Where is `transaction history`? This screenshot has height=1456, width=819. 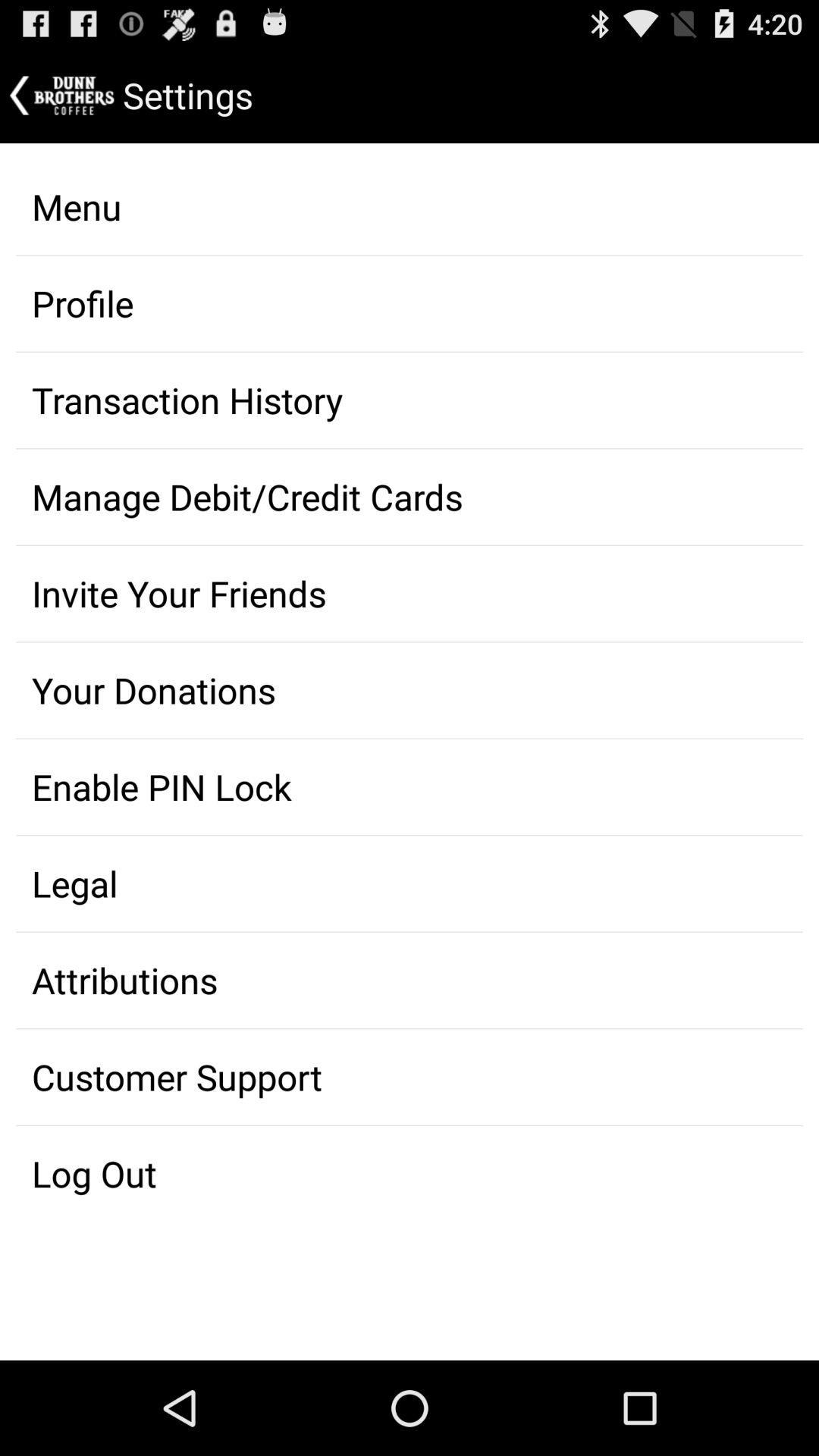 transaction history is located at coordinates (409, 400).